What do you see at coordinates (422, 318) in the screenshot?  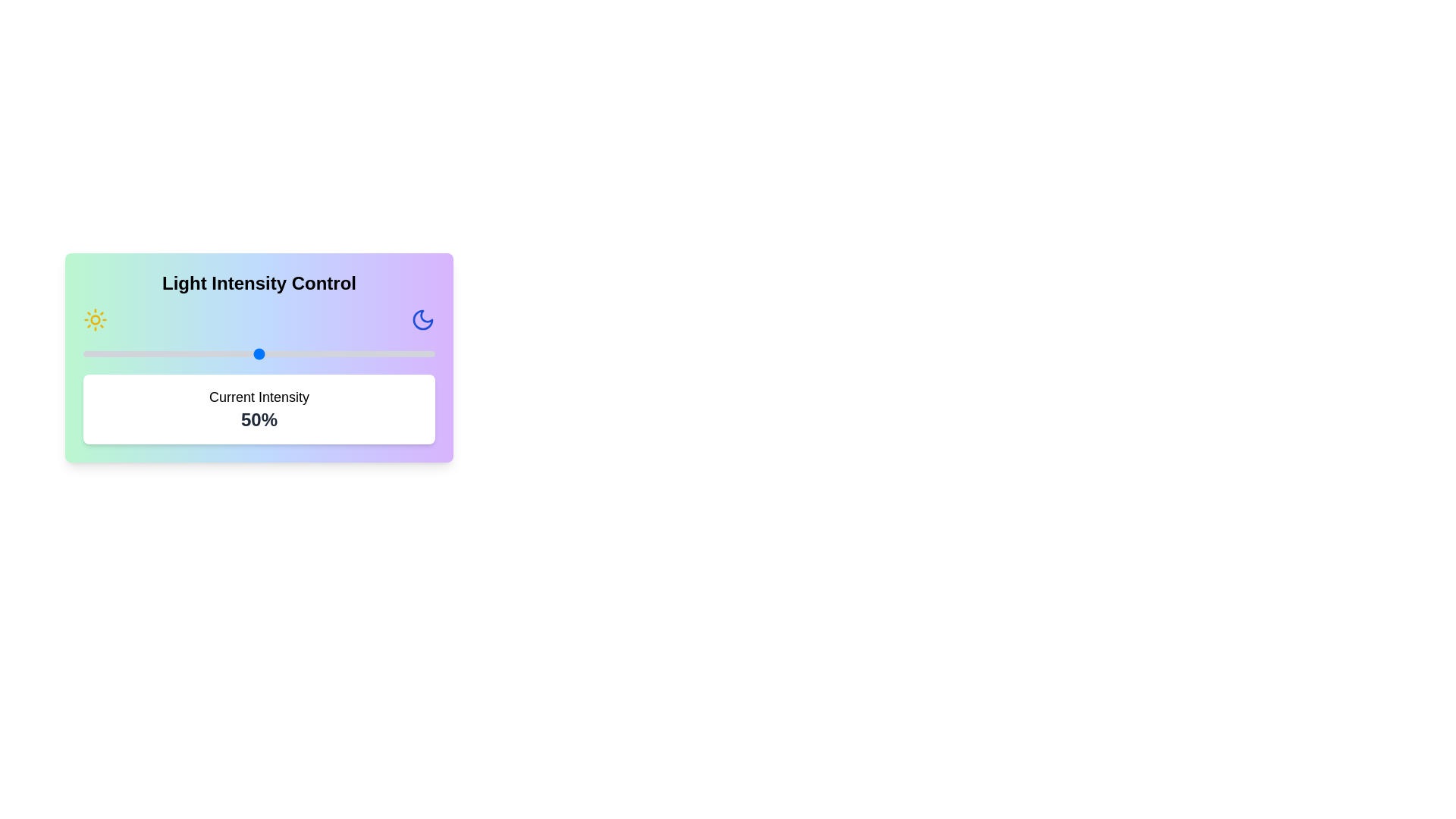 I see `the second icon` at bounding box center [422, 318].